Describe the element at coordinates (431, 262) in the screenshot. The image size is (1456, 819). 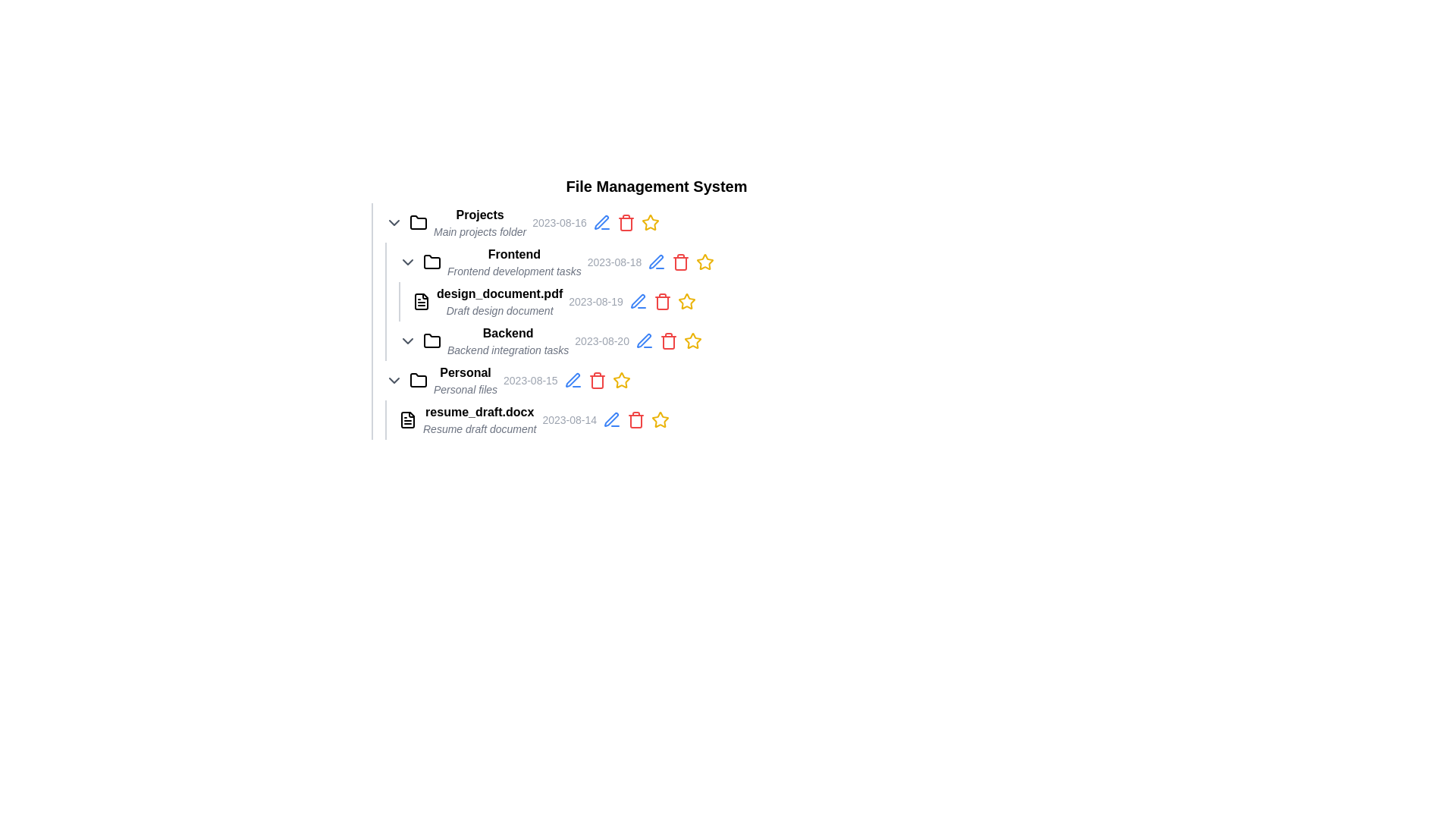
I see `the folder icon located` at that location.